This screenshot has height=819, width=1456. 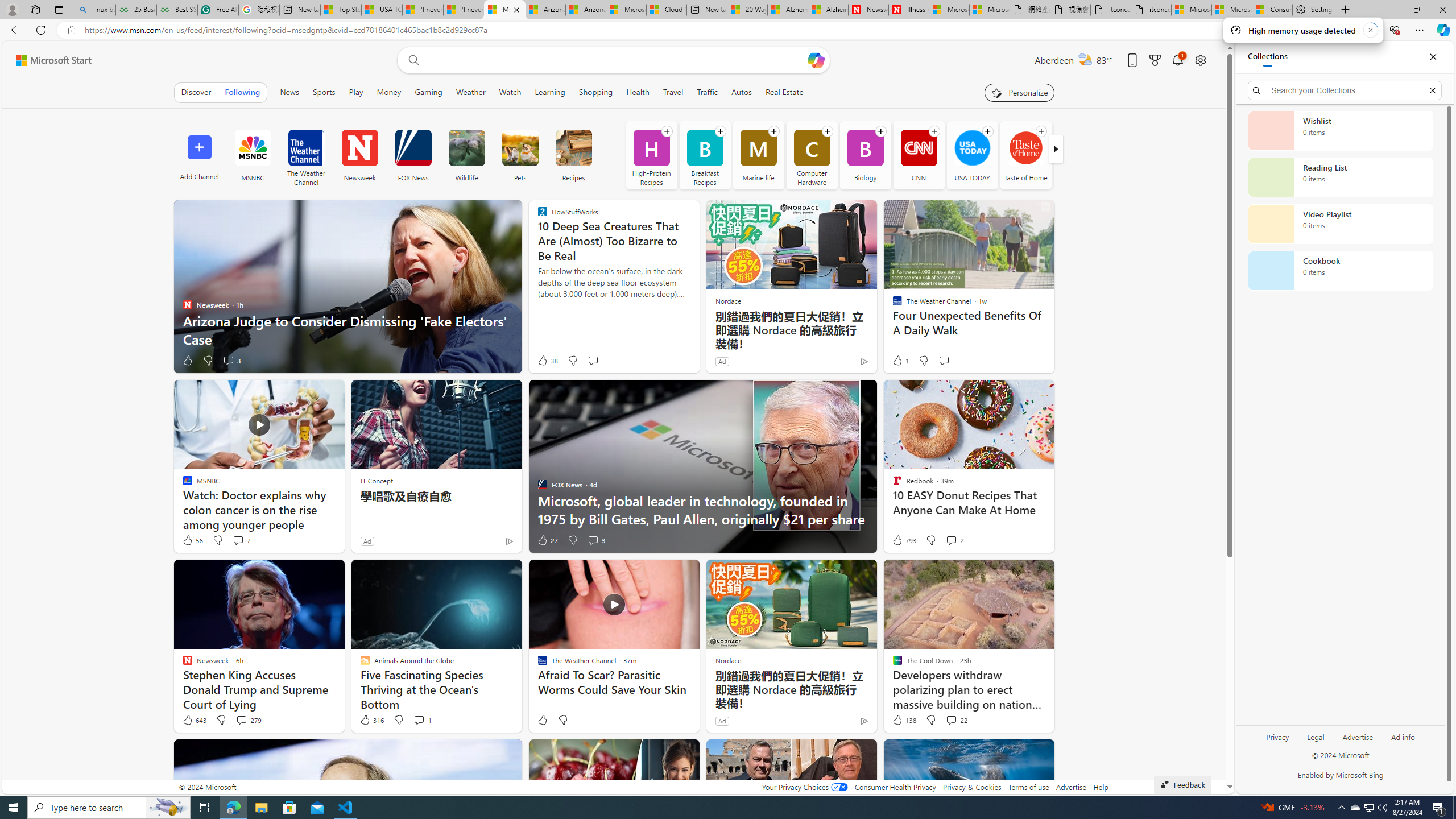 I want to click on 'itconcepthk.com/projector_solutions.mp4', so click(x=1150, y=9).